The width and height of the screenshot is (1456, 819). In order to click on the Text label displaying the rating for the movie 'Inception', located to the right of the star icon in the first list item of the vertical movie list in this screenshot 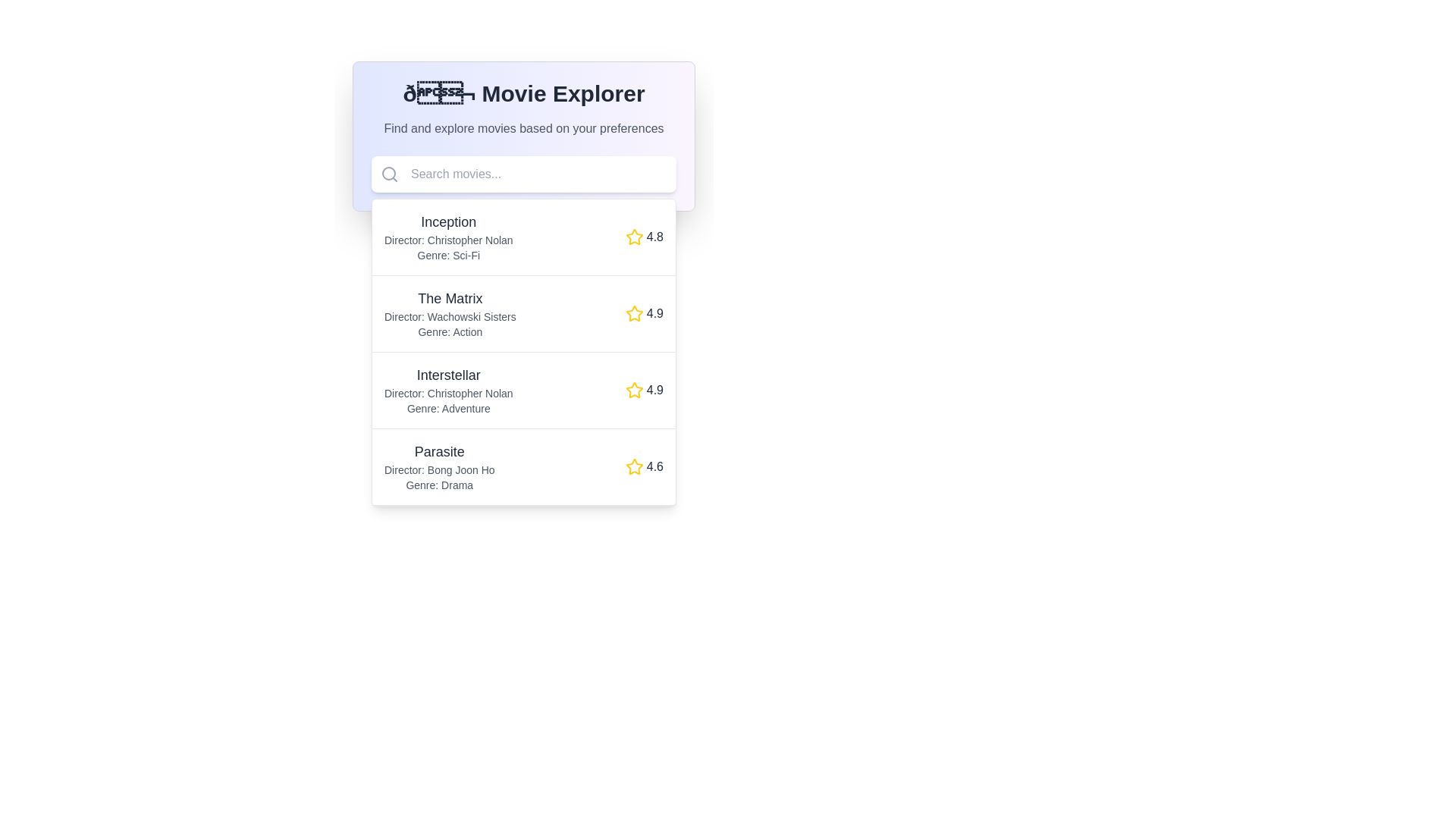, I will do `click(654, 237)`.